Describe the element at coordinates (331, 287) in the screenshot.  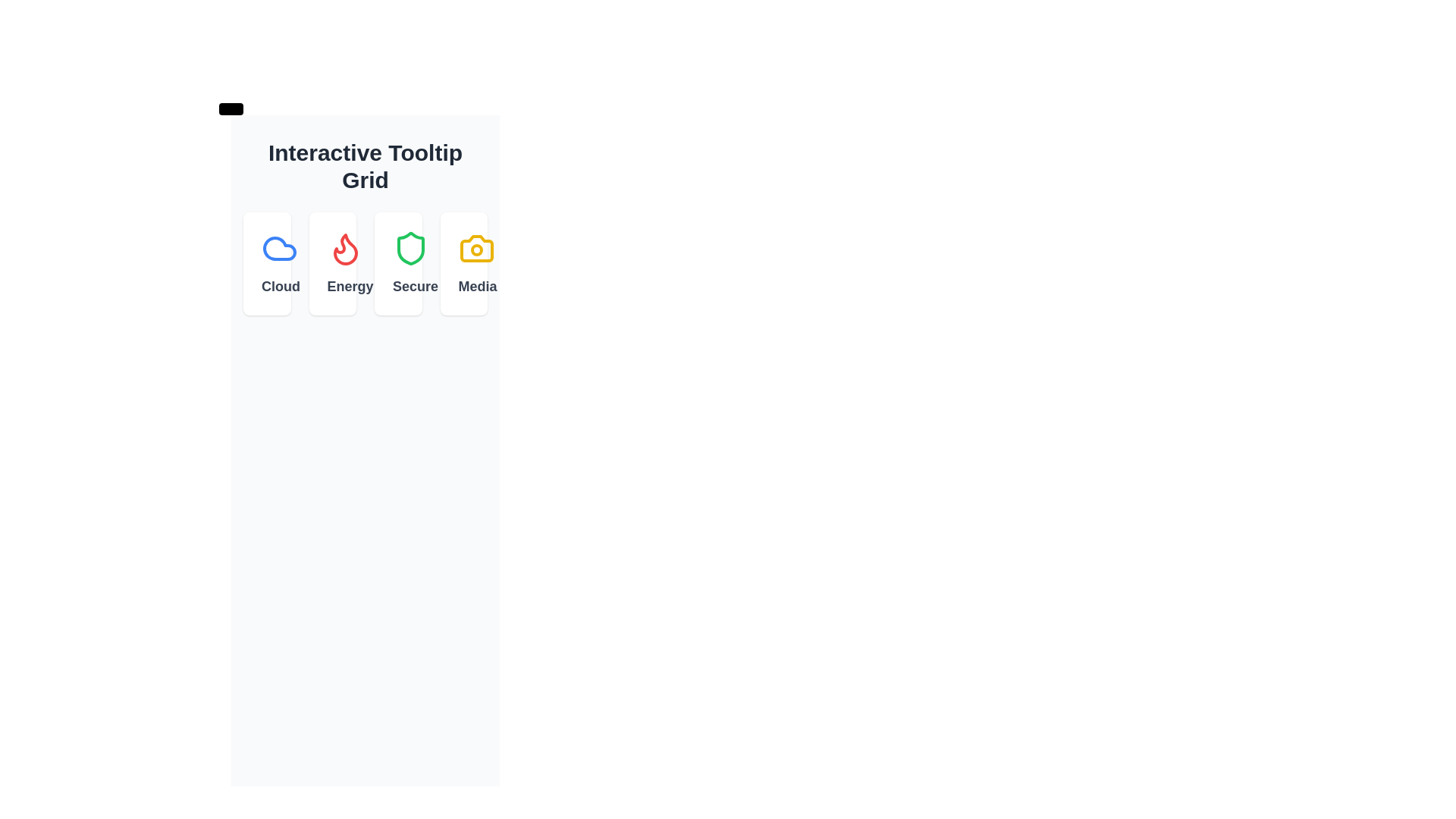
I see `the 'Energy' text label, which is positioned beneath a flame-shape icon in the second card of a horizontal arrangement of four cards` at that location.